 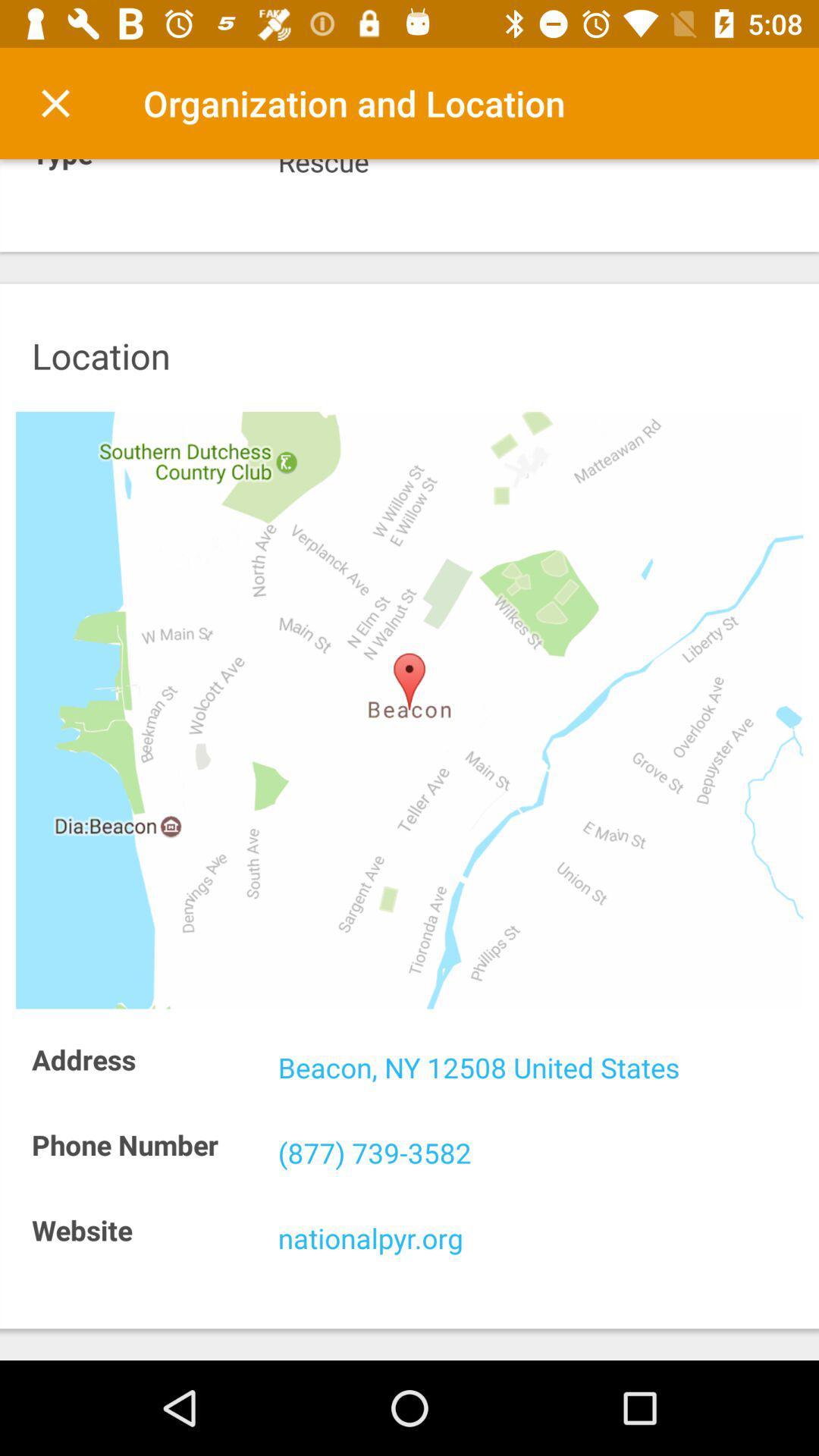 What do you see at coordinates (539, 169) in the screenshot?
I see `rescue item` at bounding box center [539, 169].